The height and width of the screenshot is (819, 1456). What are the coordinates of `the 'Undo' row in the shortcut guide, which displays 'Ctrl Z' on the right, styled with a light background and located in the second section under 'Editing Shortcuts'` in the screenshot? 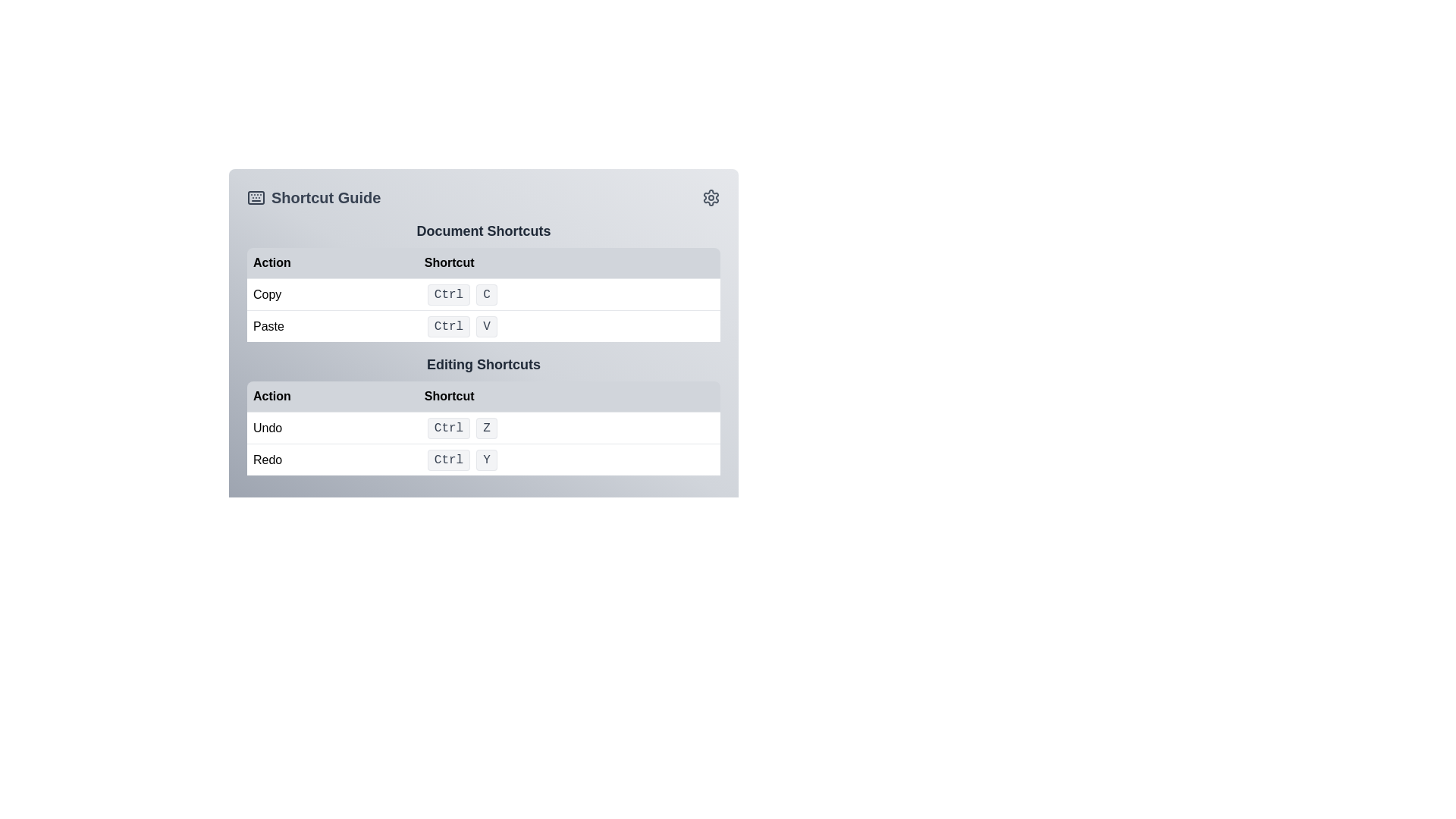 It's located at (483, 427).